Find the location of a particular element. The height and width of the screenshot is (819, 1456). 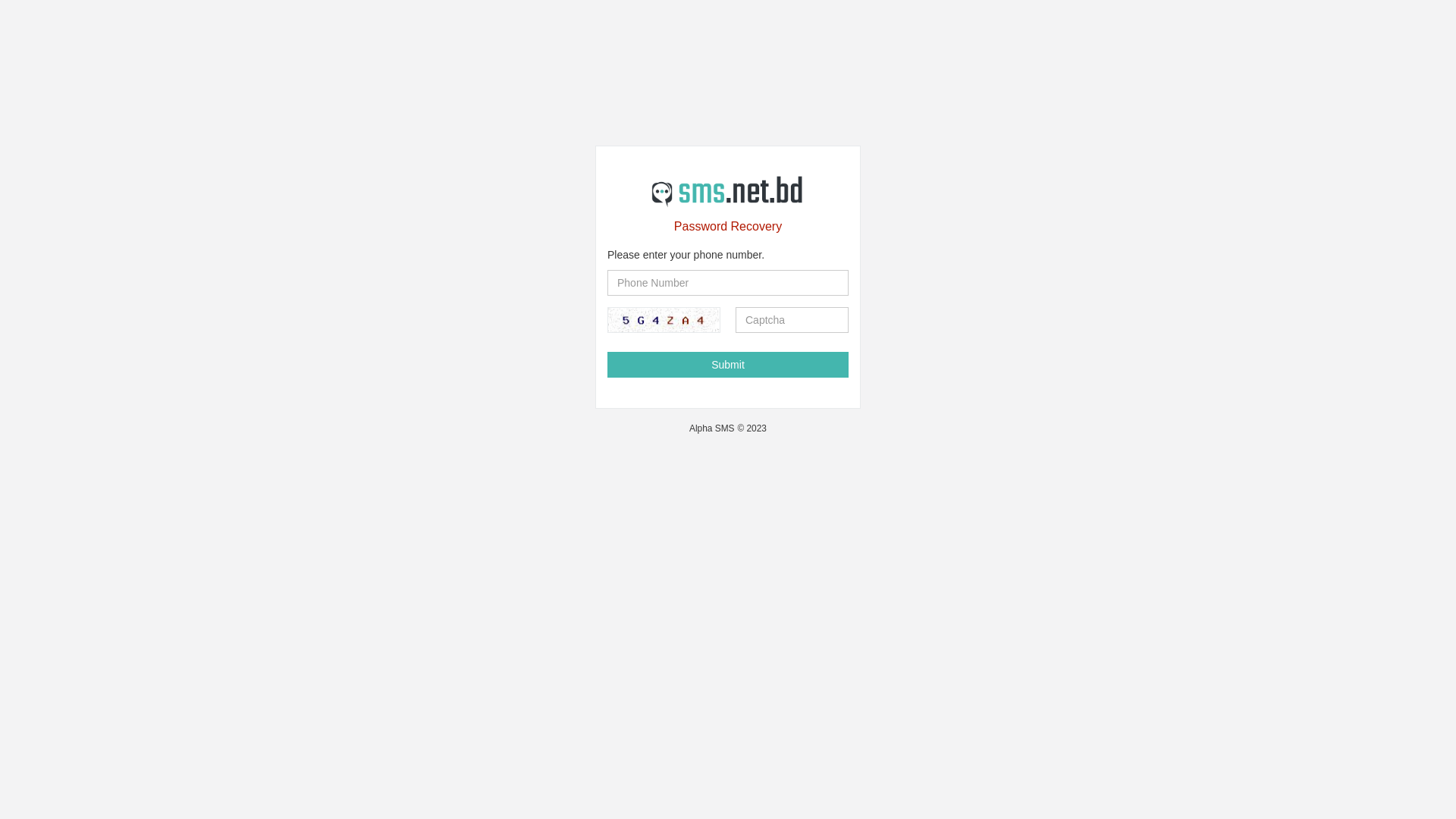

'Submit' is located at coordinates (728, 365).